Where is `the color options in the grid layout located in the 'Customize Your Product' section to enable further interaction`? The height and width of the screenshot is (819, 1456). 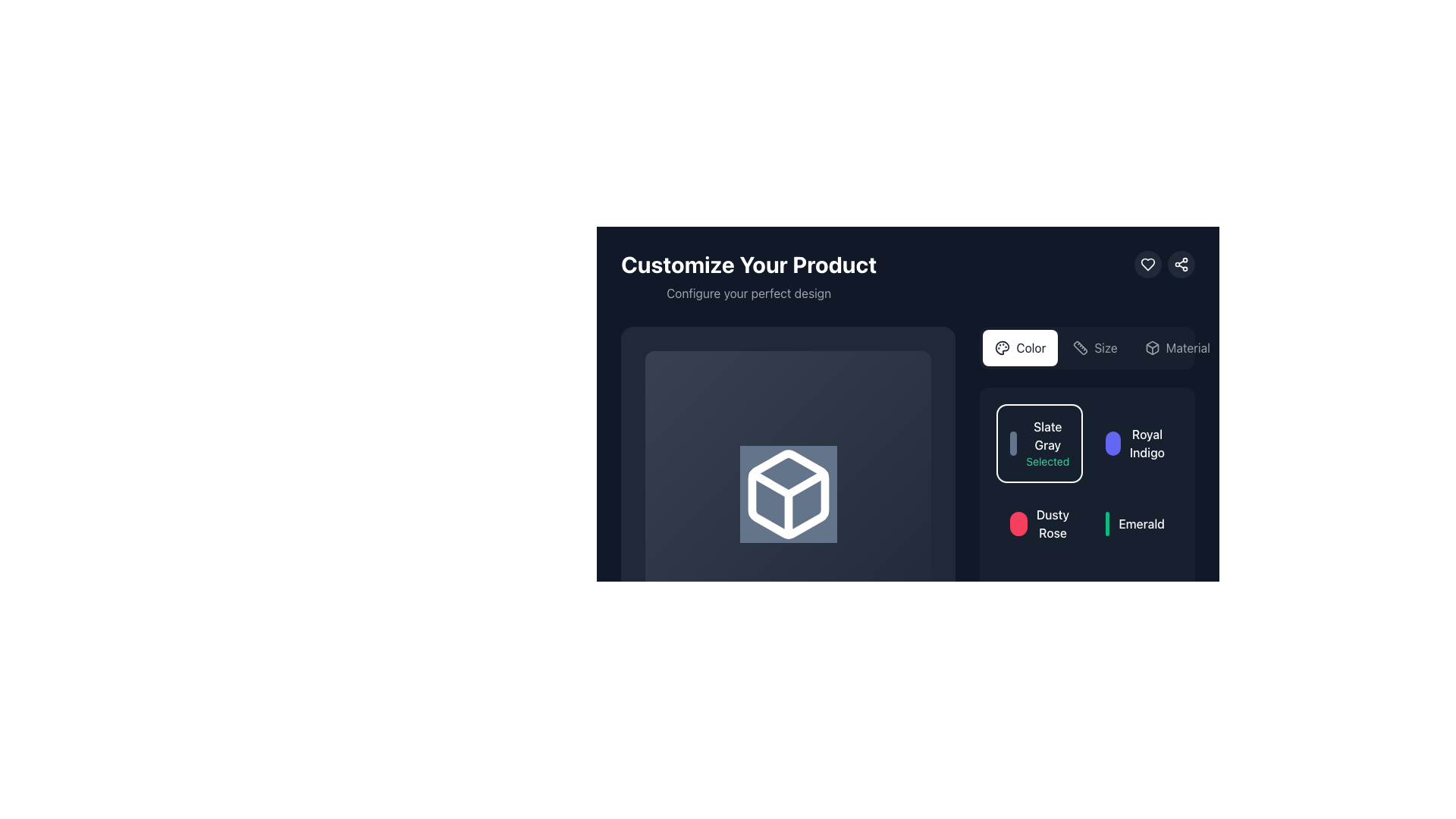
the color options in the grid layout located in the 'Customize Your Product' section to enable further interaction is located at coordinates (1087, 516).